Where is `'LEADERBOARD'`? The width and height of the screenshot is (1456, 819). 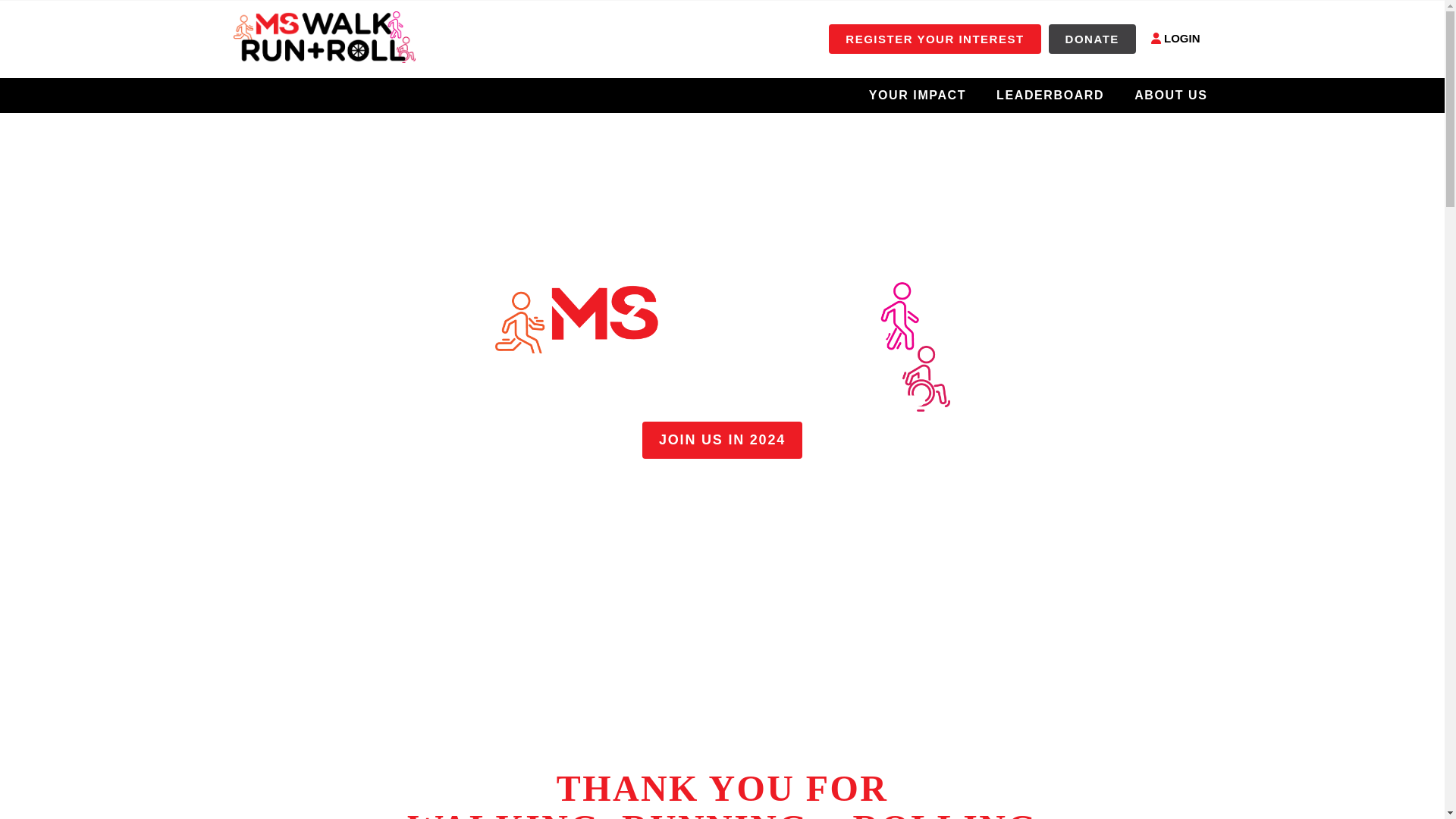
'LEADERBOARD' is located at coordinates (1050, 94).